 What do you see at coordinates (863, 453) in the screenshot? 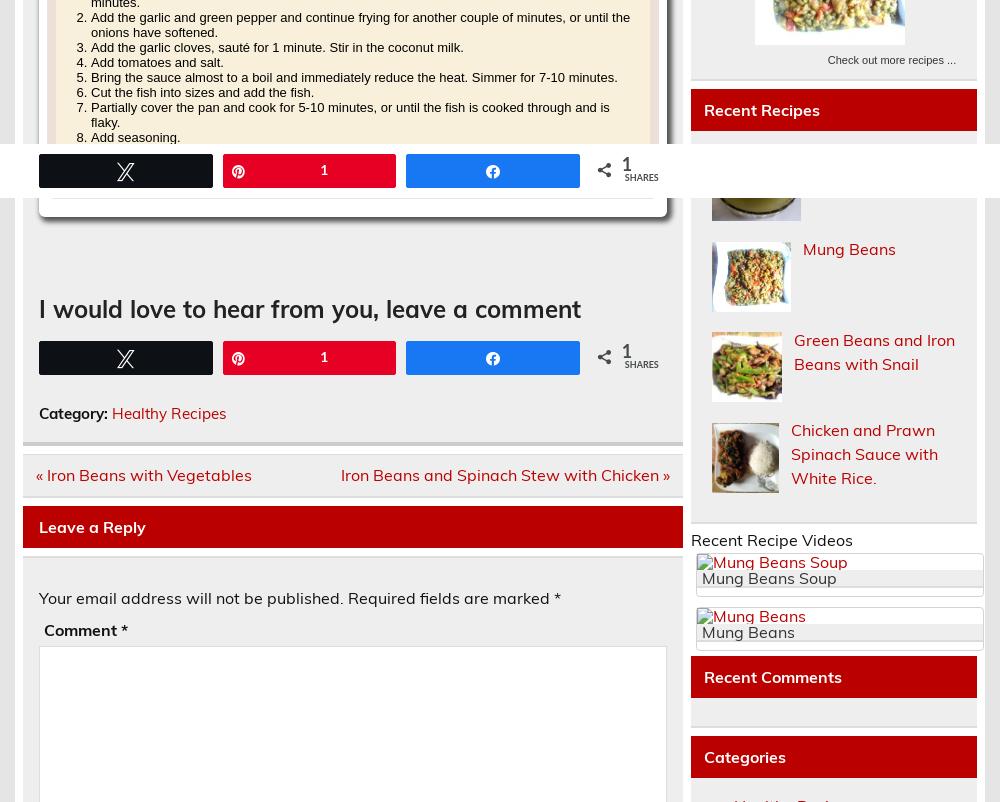
I see `'Chicken and Prawn Spinach Sauce with White Rice.'` at bounding box center [863, 453].